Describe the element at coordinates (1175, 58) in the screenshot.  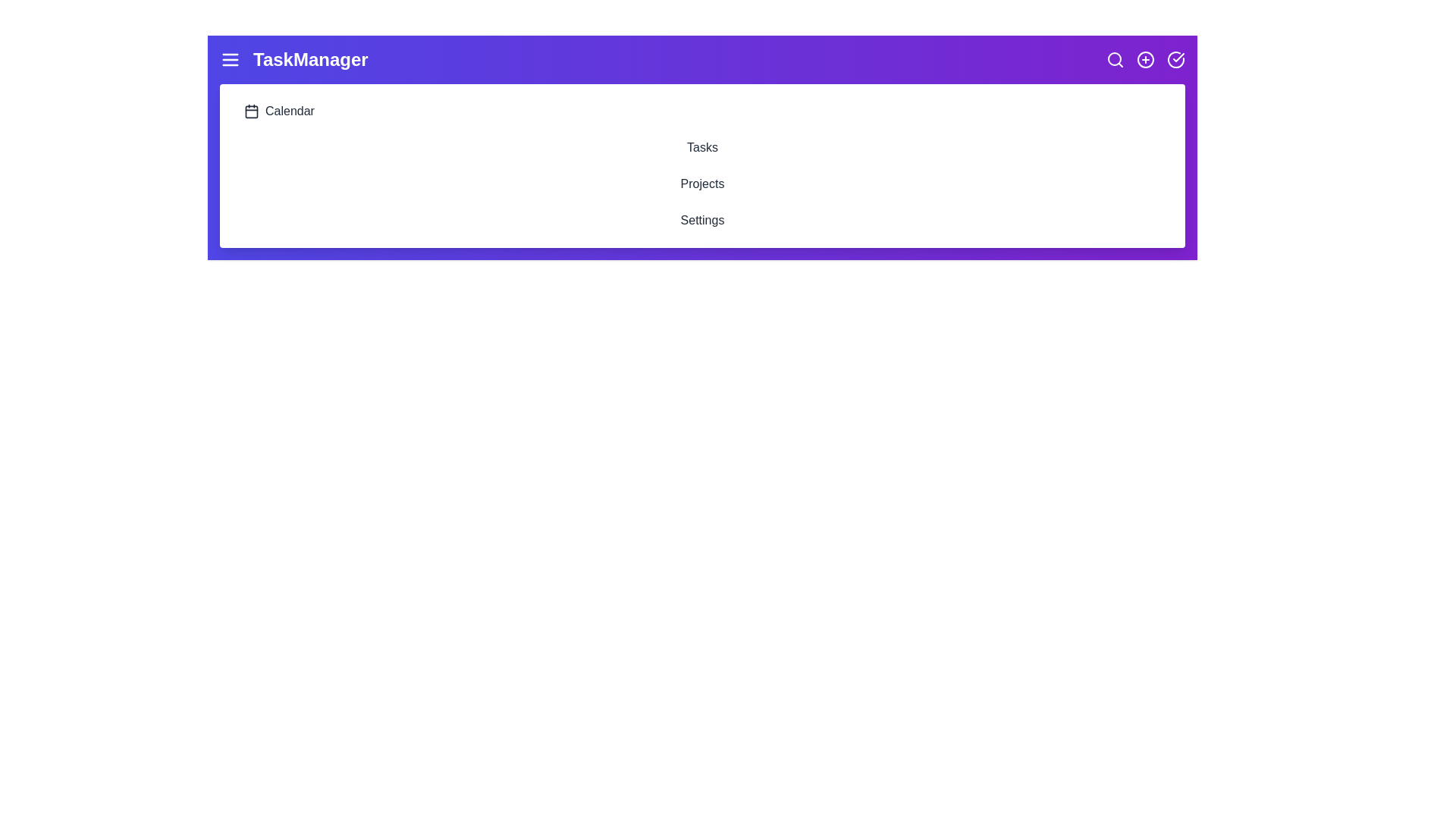
I see `the check circle icon to mark tasks as complete` at that location.